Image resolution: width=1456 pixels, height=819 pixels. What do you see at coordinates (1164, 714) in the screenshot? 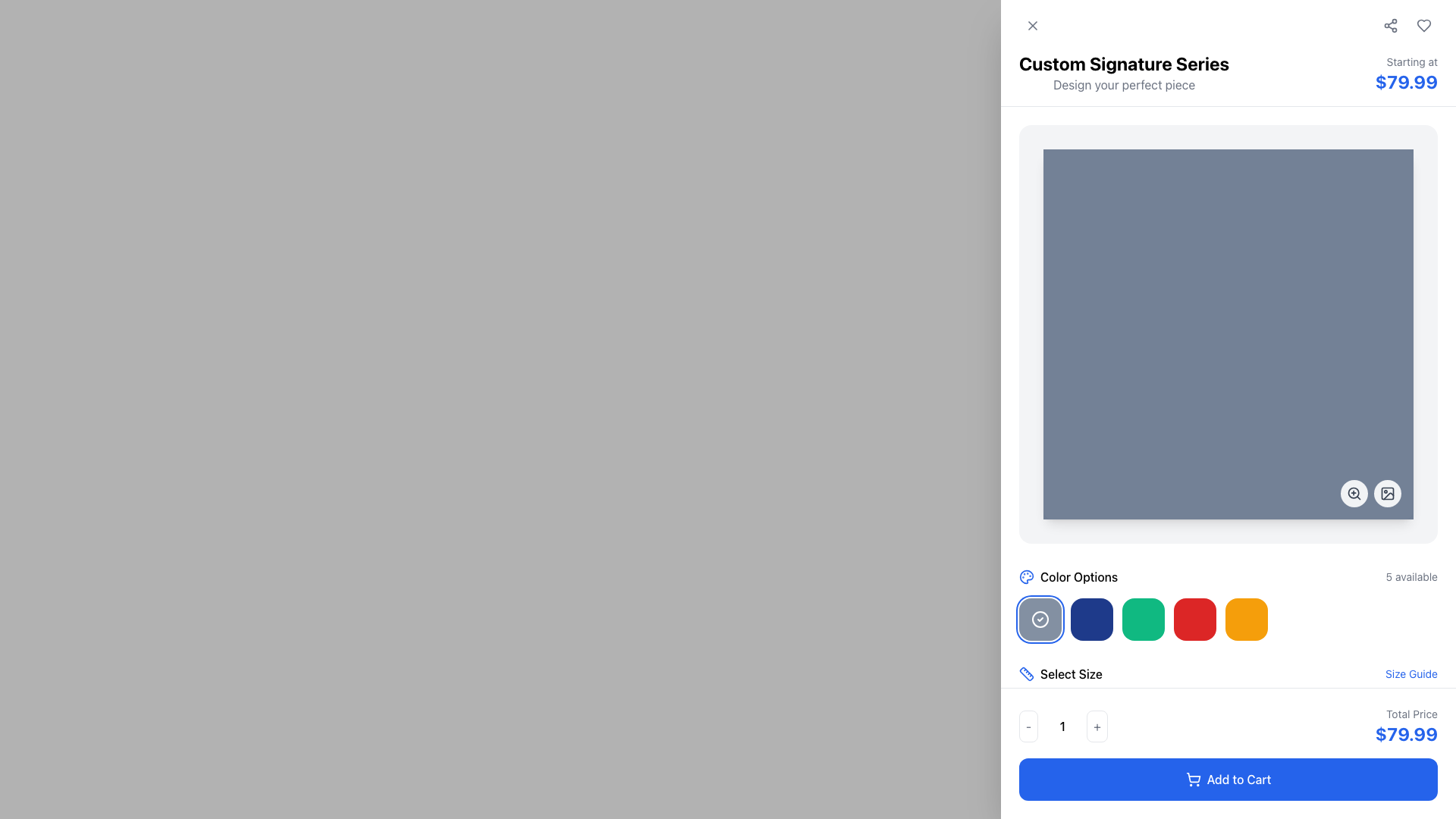
I see `the fourth size selection button labeled 'L'` at bounding box center [1164, 714].